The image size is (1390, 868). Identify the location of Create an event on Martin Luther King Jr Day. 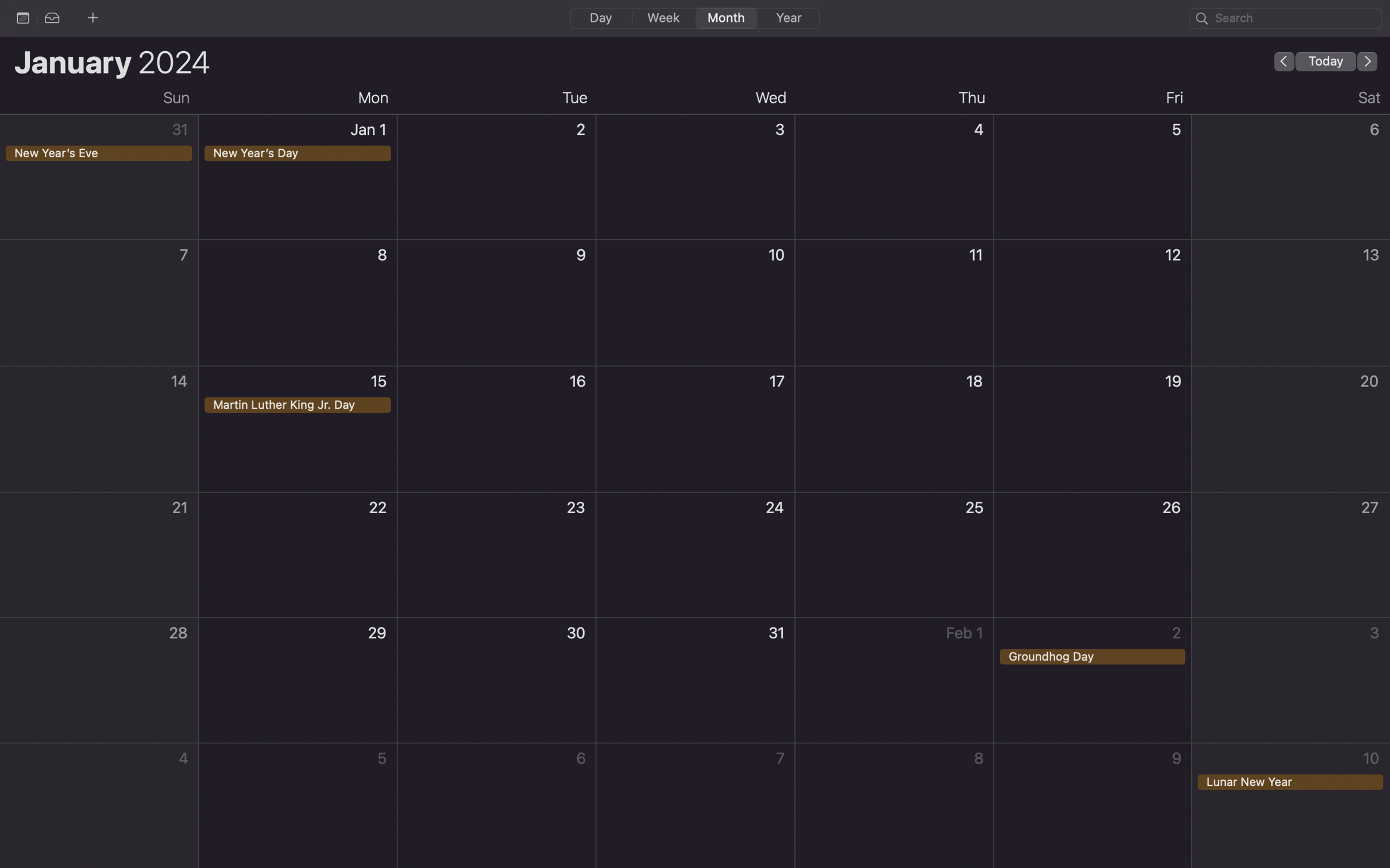
(299, 427).